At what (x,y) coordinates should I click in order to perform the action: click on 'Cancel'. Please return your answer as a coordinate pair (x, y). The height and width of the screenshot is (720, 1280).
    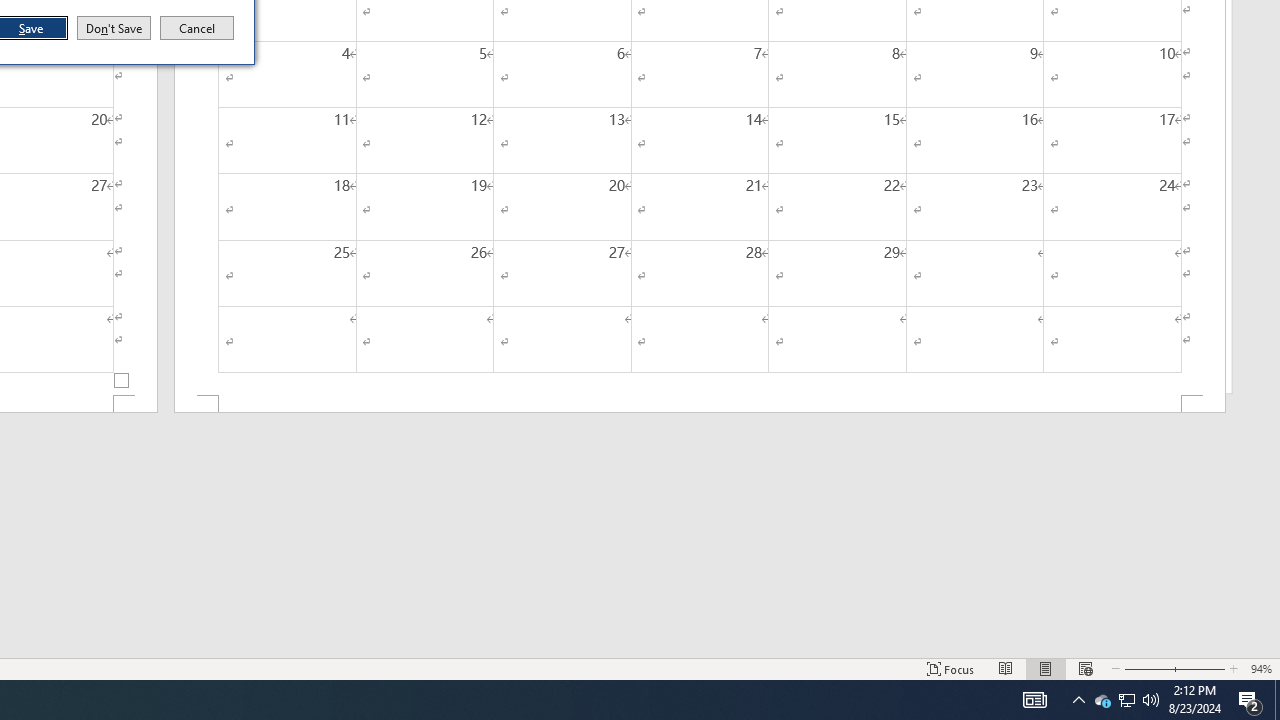
    Looking at the image, I should click on (197, 28).